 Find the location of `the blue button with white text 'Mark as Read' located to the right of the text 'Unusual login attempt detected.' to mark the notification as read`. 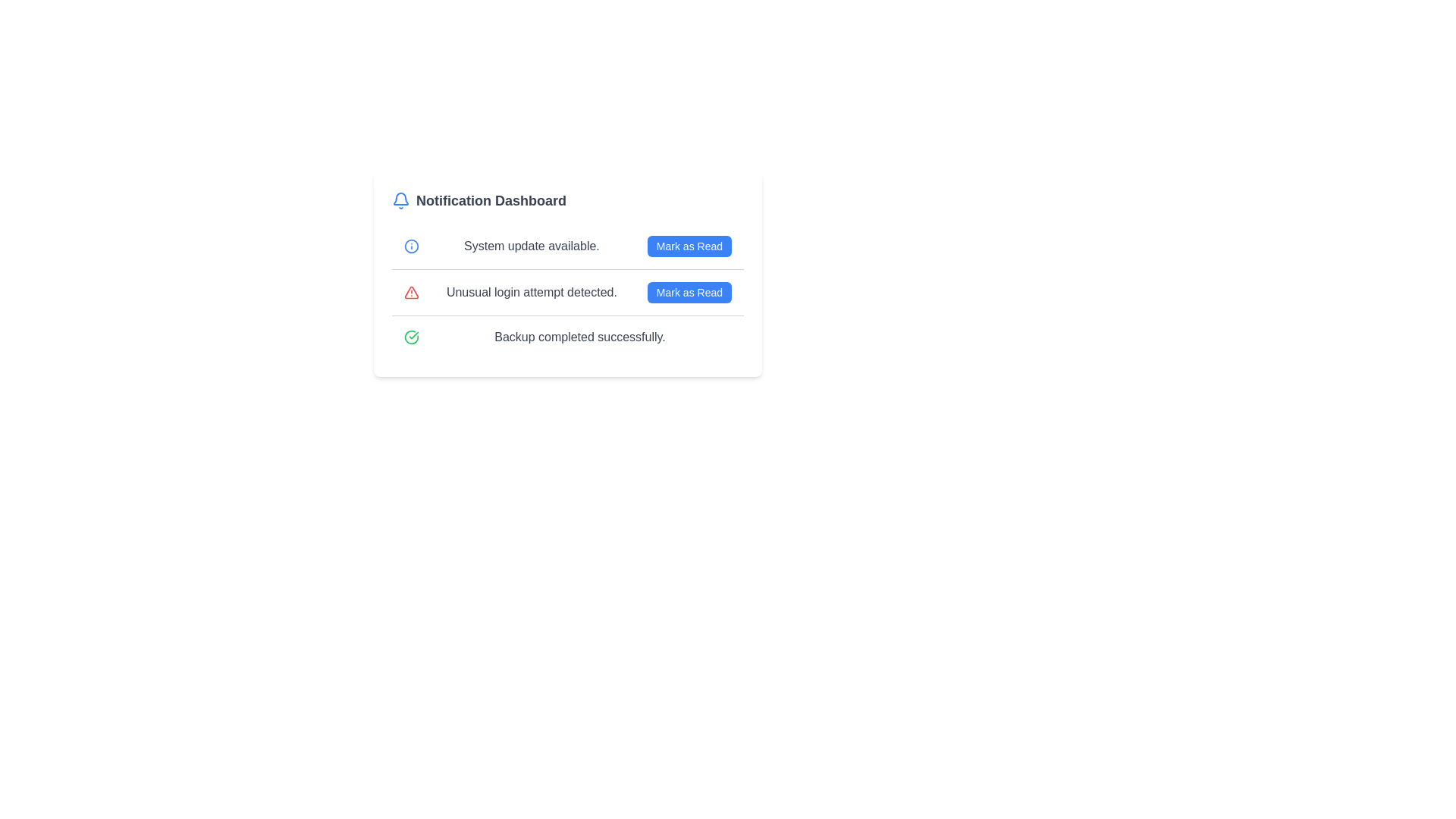

the blue button with white text 'Mark as Read' located to the right of the text 'Unusual login attempt detected.' to mark the notification as read is located at coordinates (689, 292).